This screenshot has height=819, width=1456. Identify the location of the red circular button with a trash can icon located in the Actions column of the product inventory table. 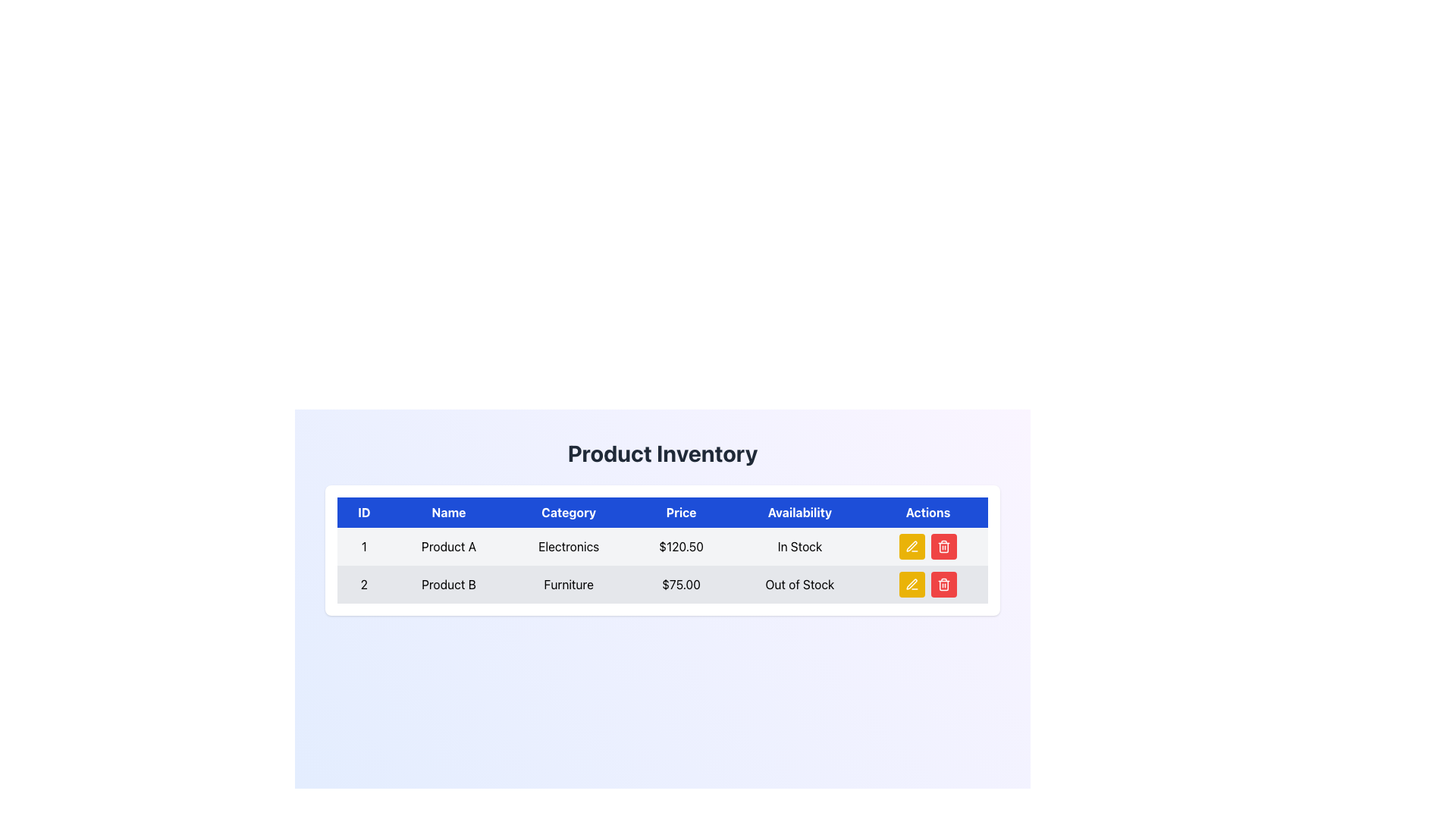
(943, 584).